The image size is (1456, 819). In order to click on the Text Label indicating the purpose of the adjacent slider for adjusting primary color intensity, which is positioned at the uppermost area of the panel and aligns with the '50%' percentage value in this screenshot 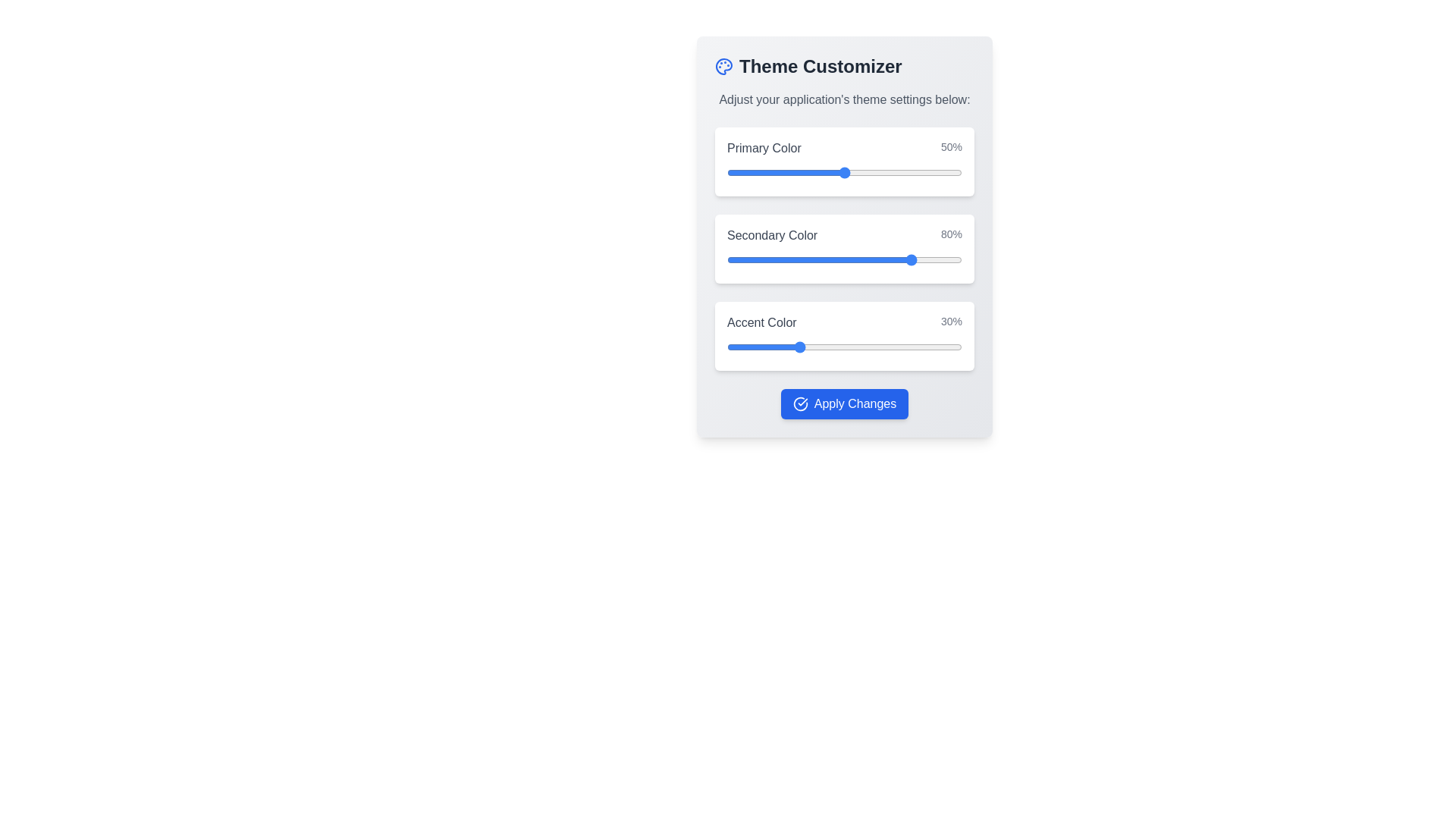, I will do `click(764, 149)`.